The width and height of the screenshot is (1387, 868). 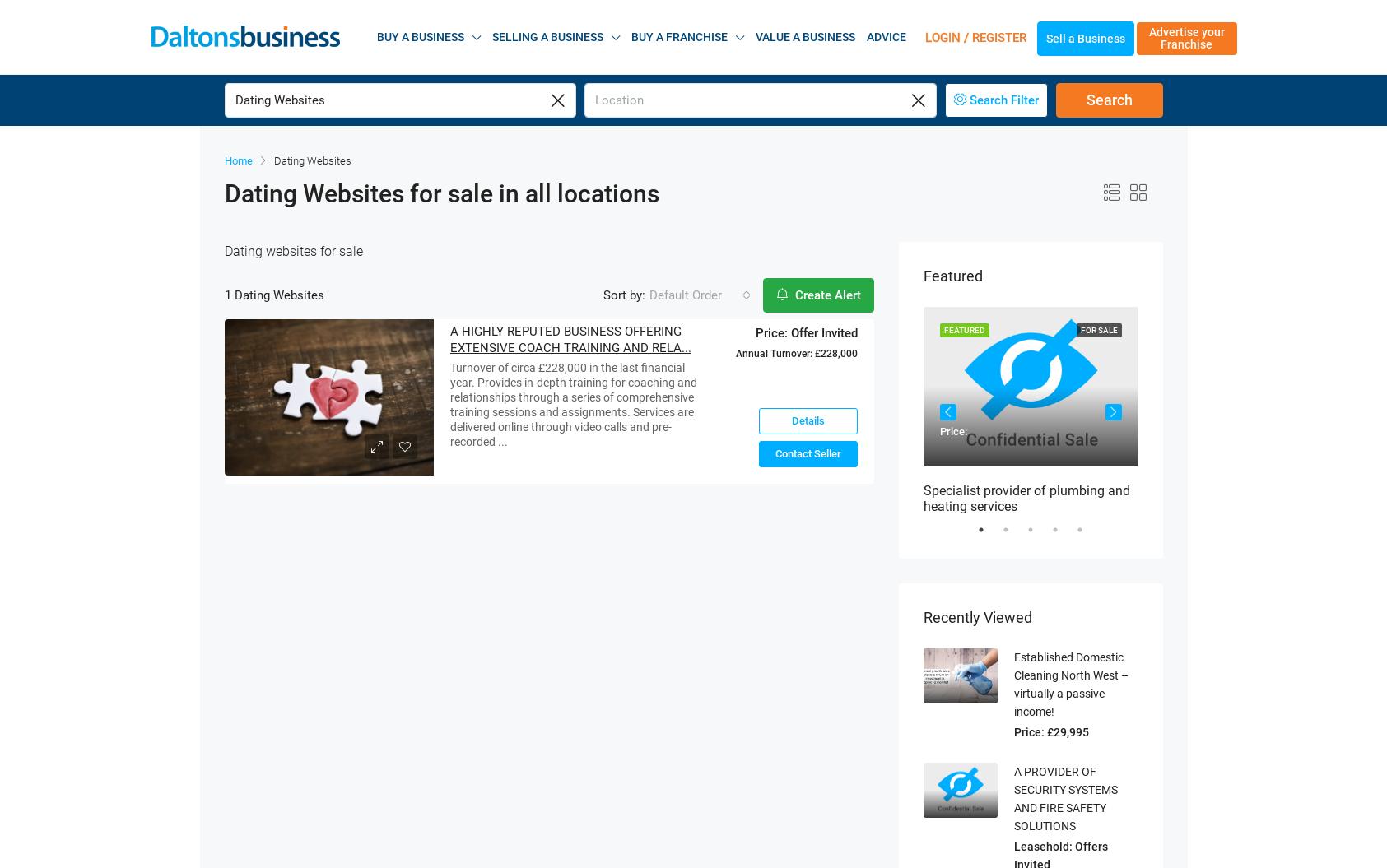 What do you see at coordinates (833, 333) in the screenshot?
I see `'£228,000'` at bounding box center [833, 333].